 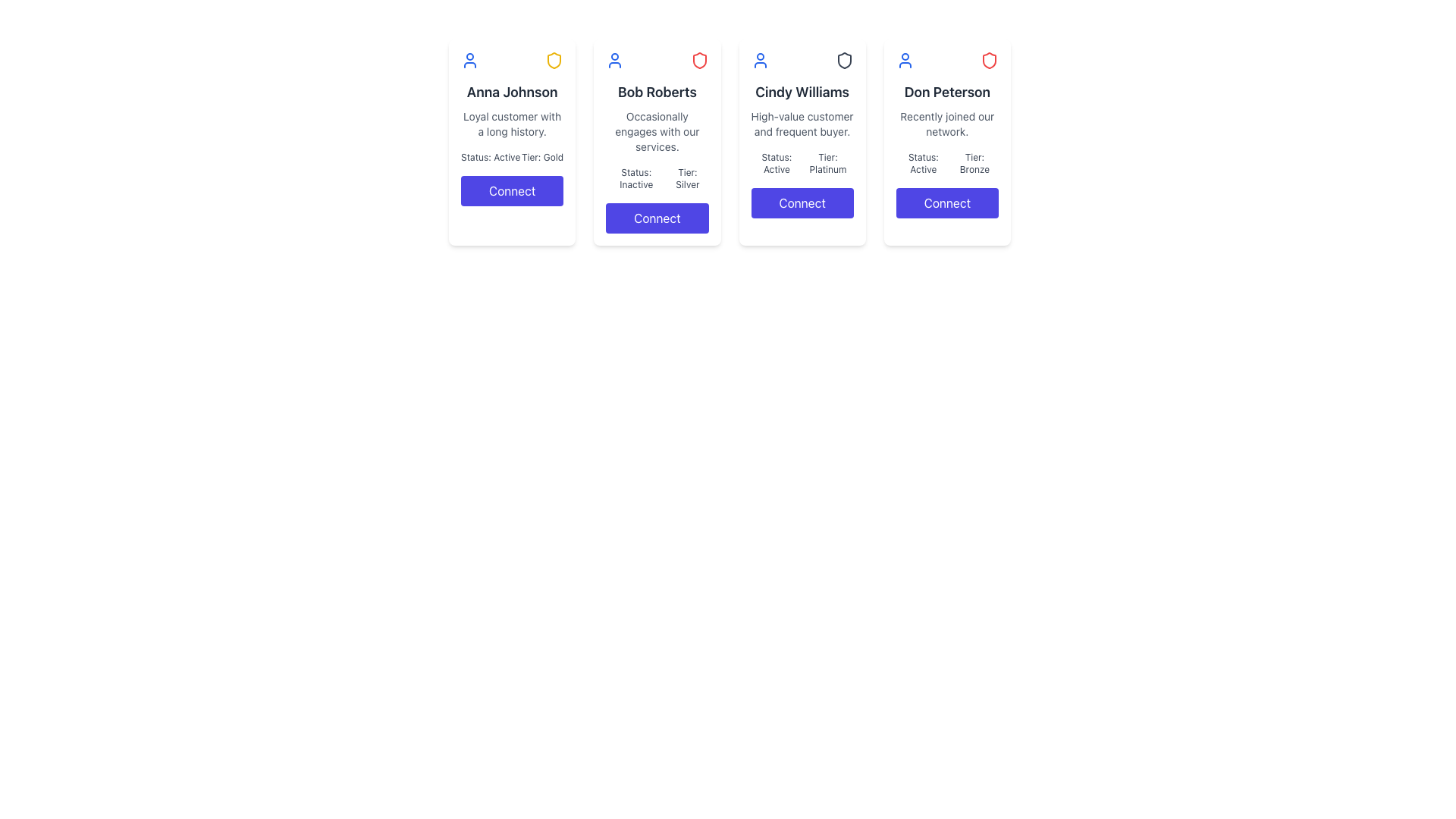 What do you see at coordinates (946, 202) in the screenshot?
I see `the button located at the bottom of the user profile card labeled 'Don Peterson' to initiate a connection` at bounding box center [946, 202].